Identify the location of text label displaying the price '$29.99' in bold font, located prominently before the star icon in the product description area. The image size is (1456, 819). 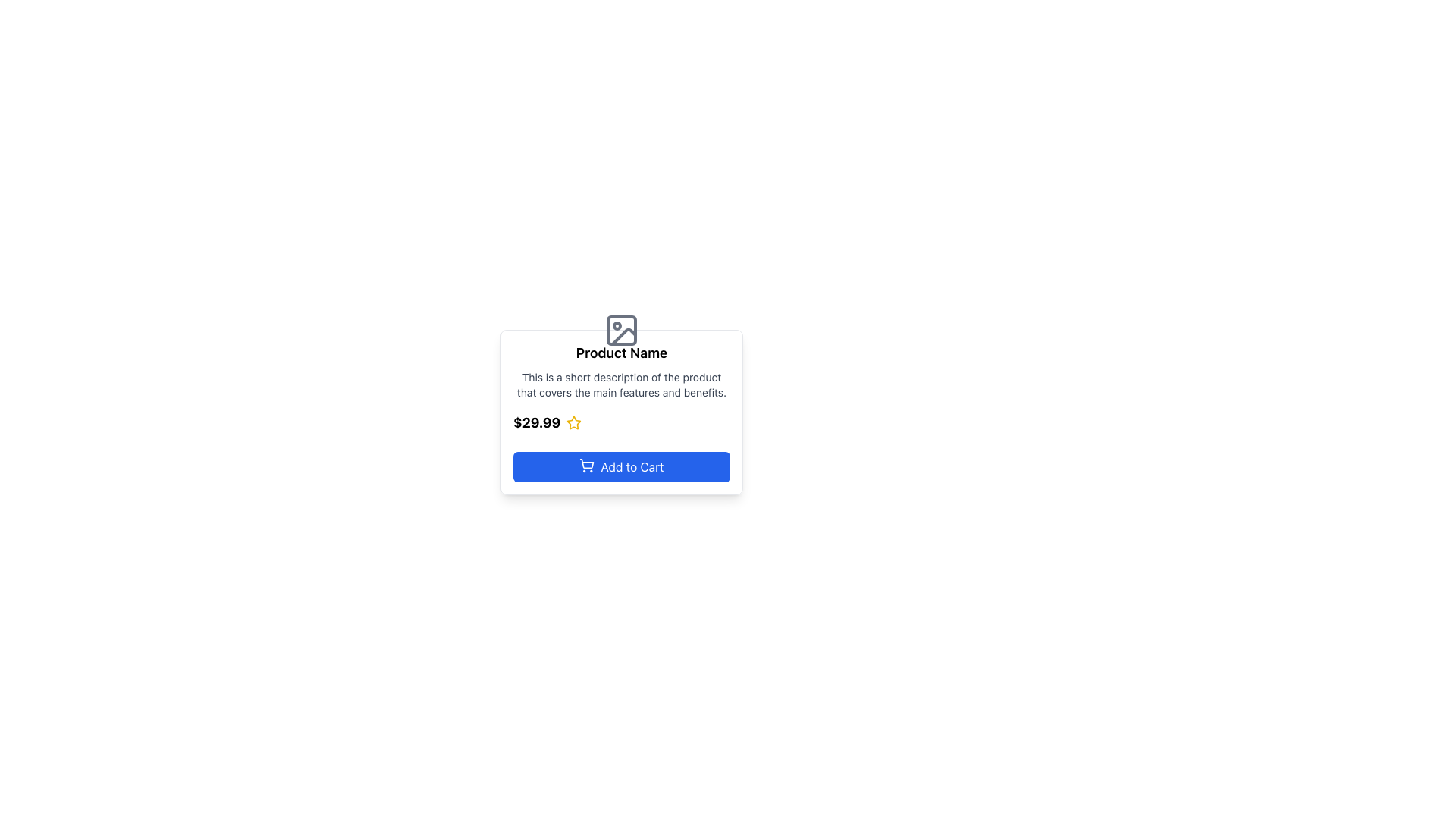
(537, 423).